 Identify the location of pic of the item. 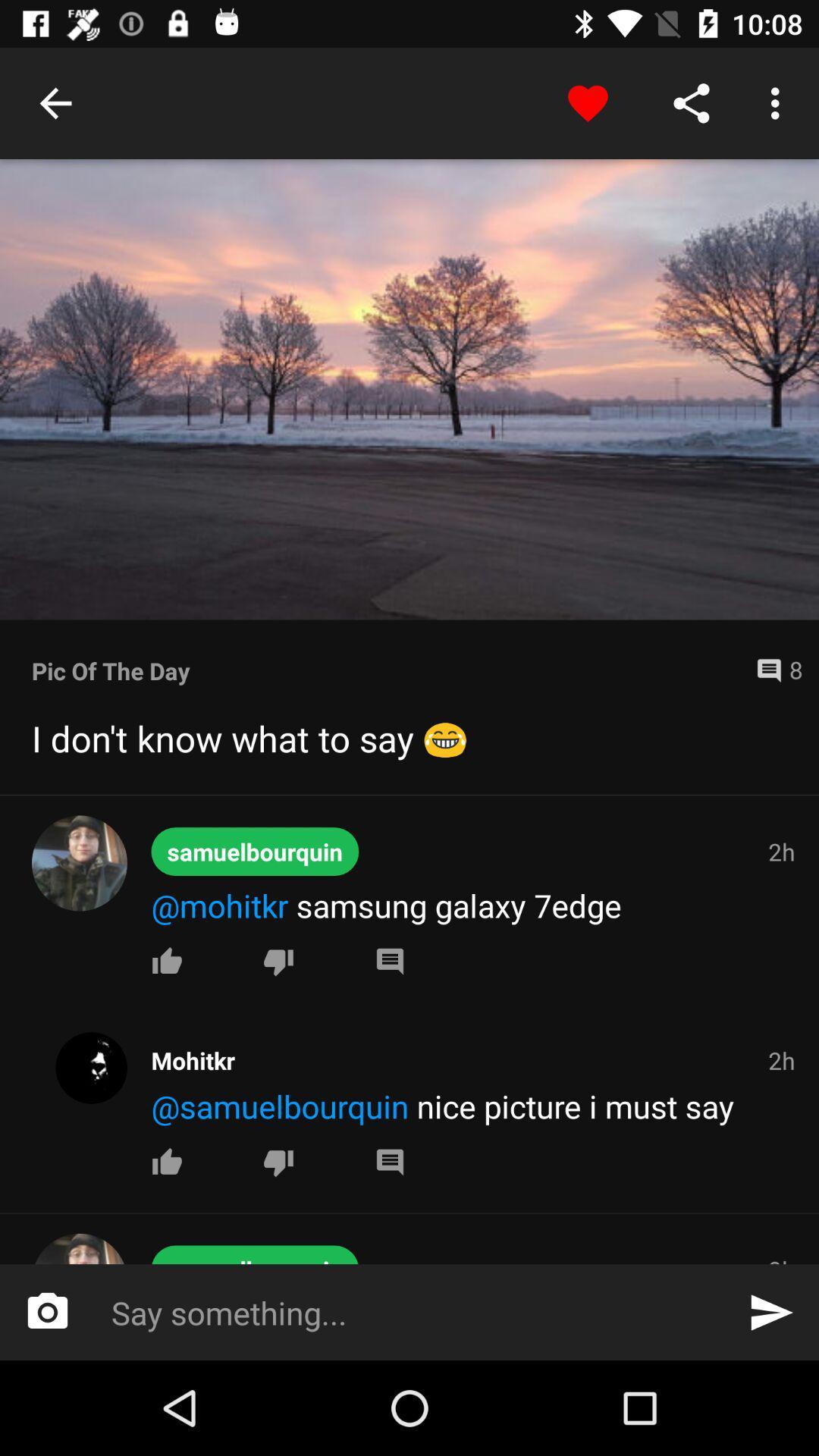
(387, 670).